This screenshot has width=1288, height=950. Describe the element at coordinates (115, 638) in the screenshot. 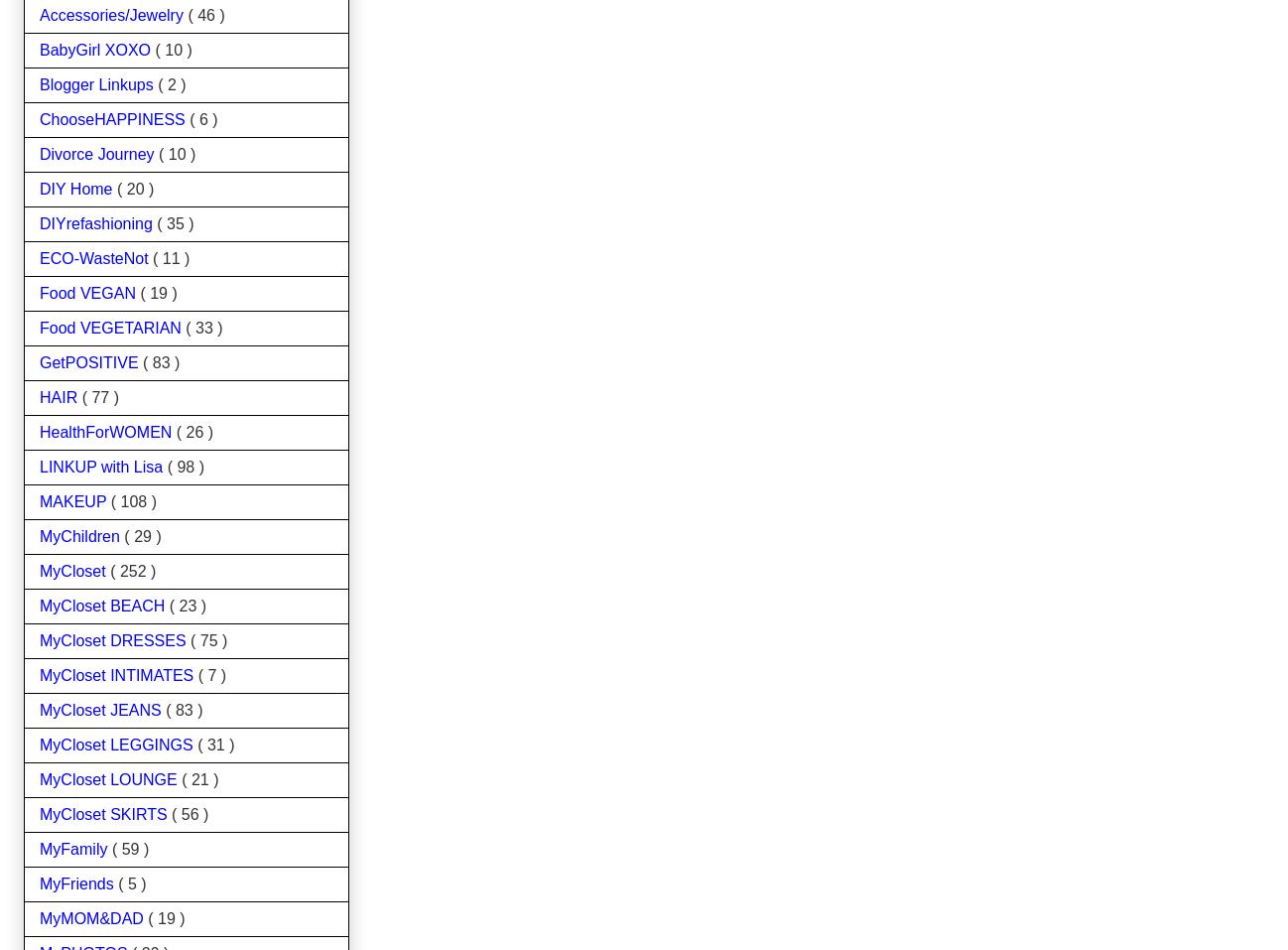

I see `'MyCloset DRESSES'` at that location.